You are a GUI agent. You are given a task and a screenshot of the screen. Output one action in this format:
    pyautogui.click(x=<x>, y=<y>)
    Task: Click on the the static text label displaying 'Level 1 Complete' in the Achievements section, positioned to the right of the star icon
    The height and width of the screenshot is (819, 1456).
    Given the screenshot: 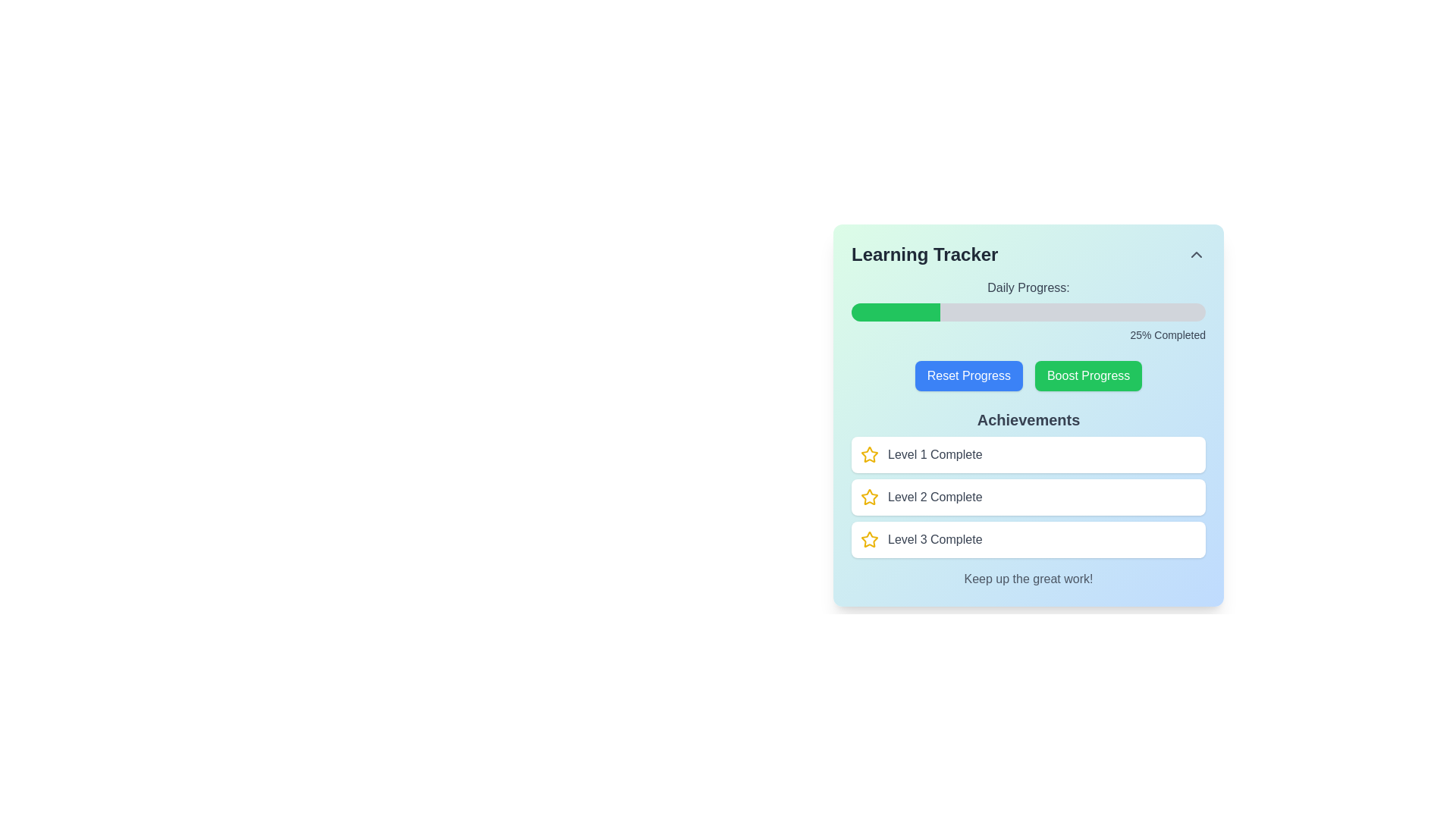 What is the action you would take?
    pyautogui.click(x=934, y=454)
    